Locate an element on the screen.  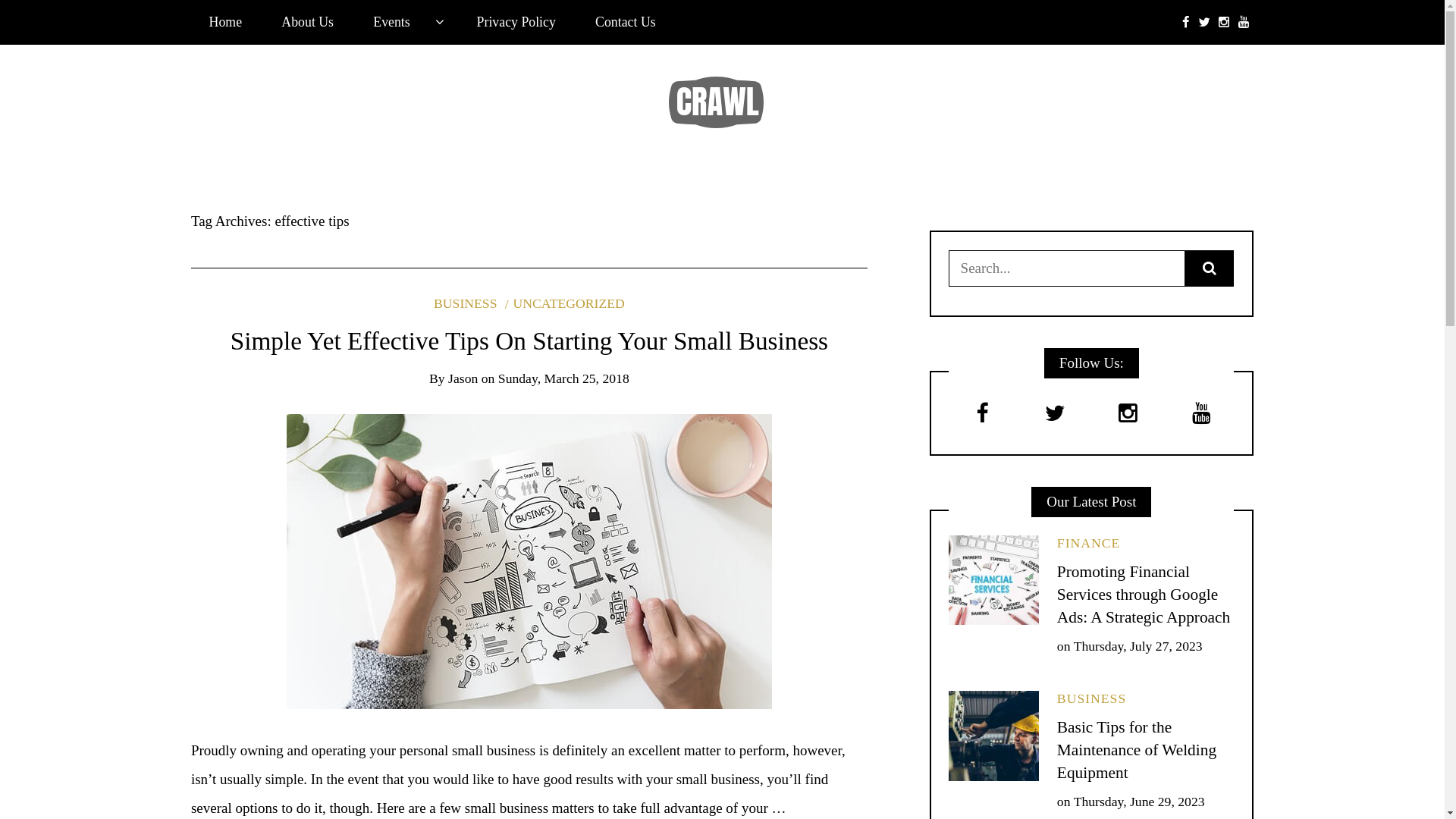
'Thursday, June 29, 2023' is located at coordinates (1073, 800).